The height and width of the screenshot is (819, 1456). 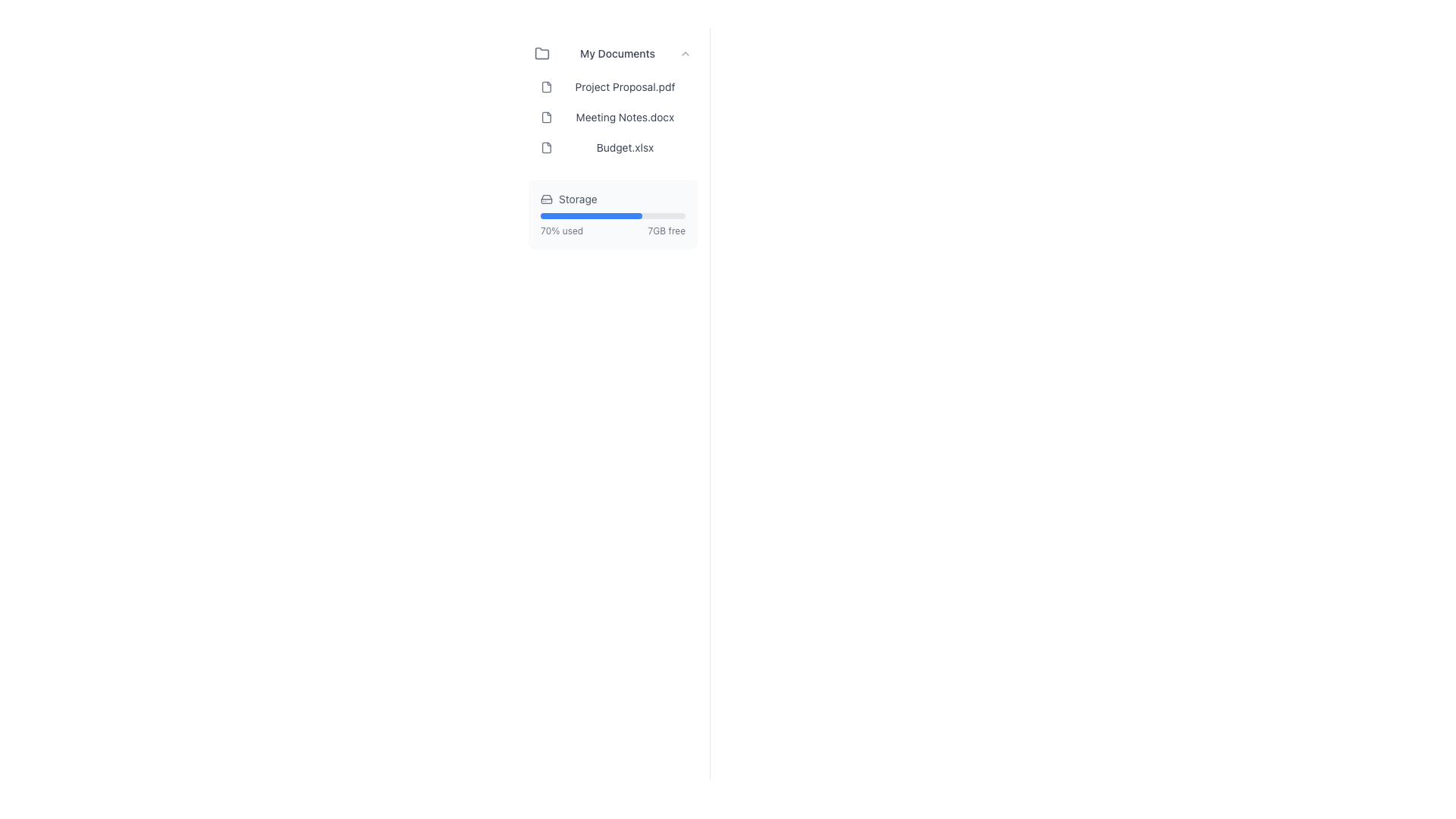 I want to click on the gray folder icon located near the 'My Documents' label, so click(x=542, y=52).